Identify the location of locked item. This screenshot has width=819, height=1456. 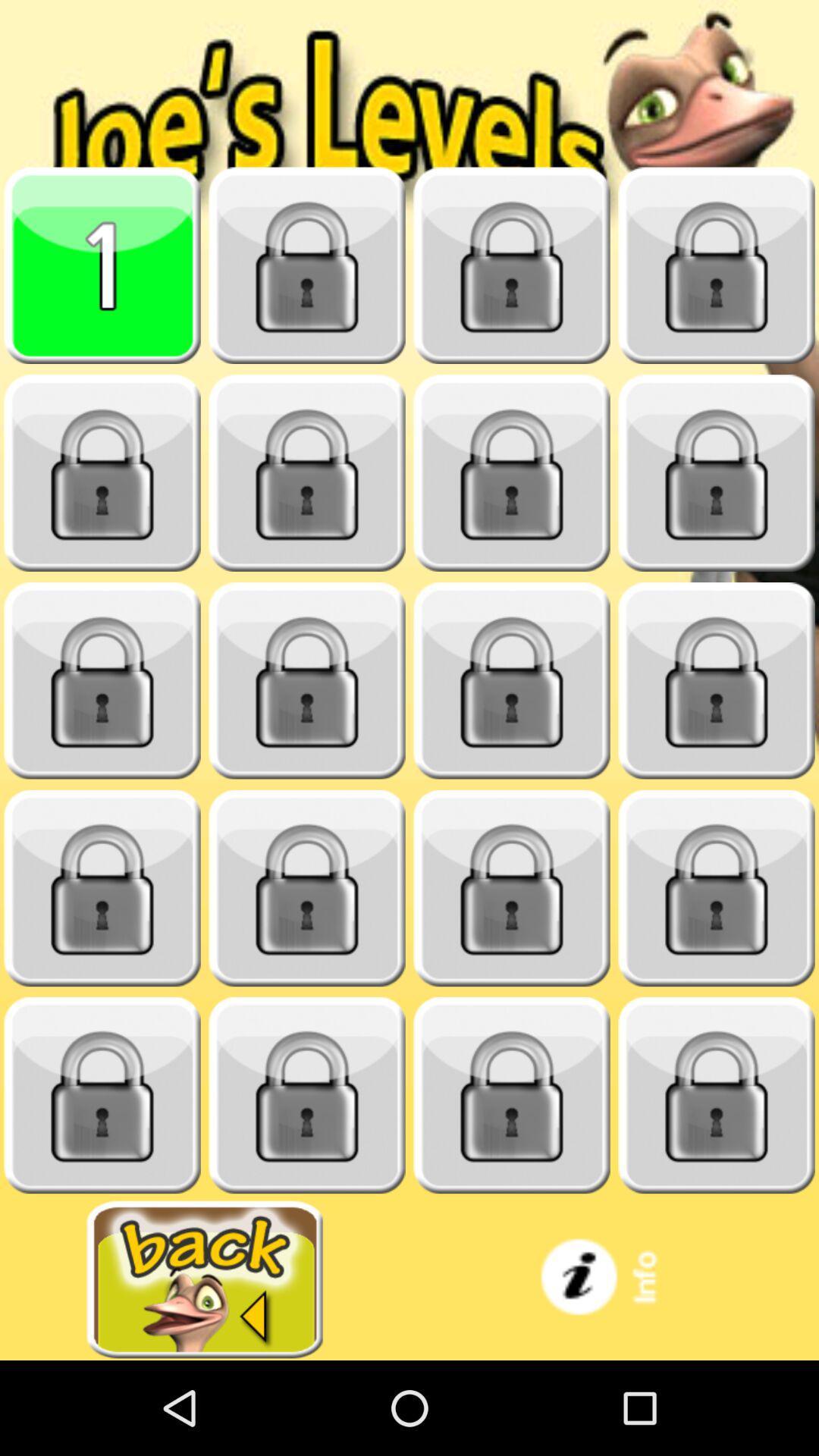
(512, 888).